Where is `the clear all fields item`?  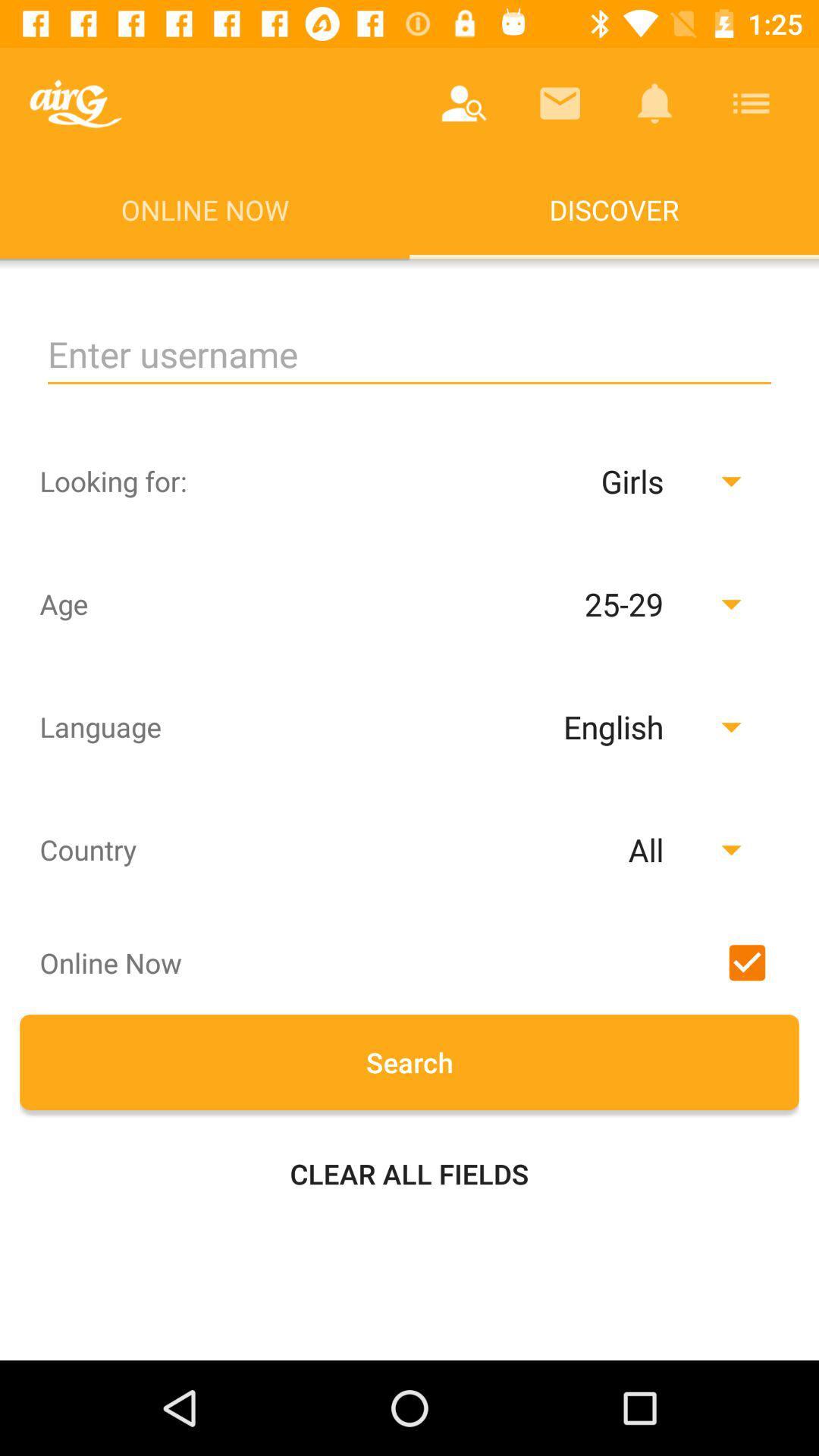
the clear all fields item is located at coordinates (409, 1173).